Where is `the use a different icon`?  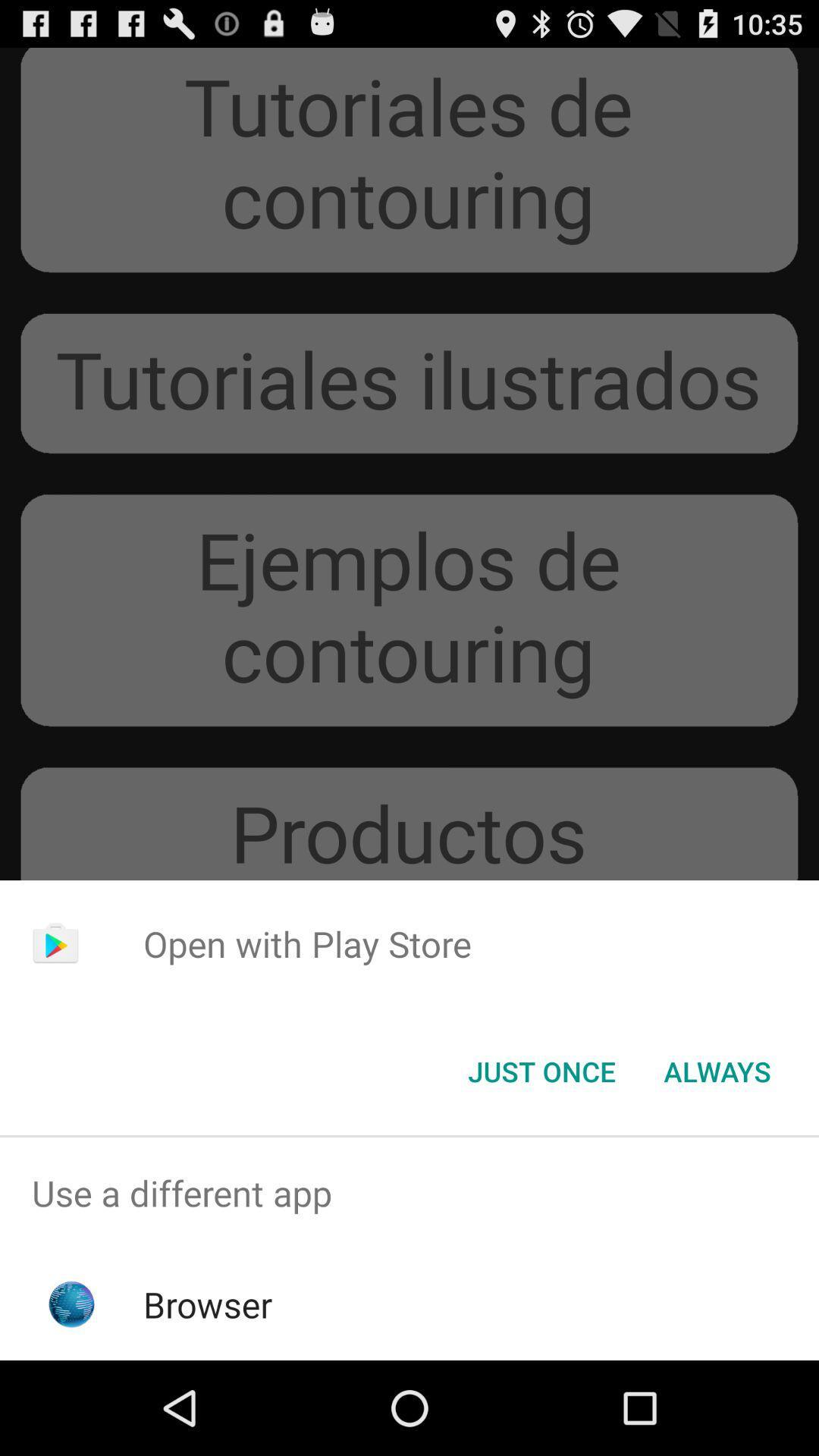
the use a different icon is located at coordinates (409, 1192).